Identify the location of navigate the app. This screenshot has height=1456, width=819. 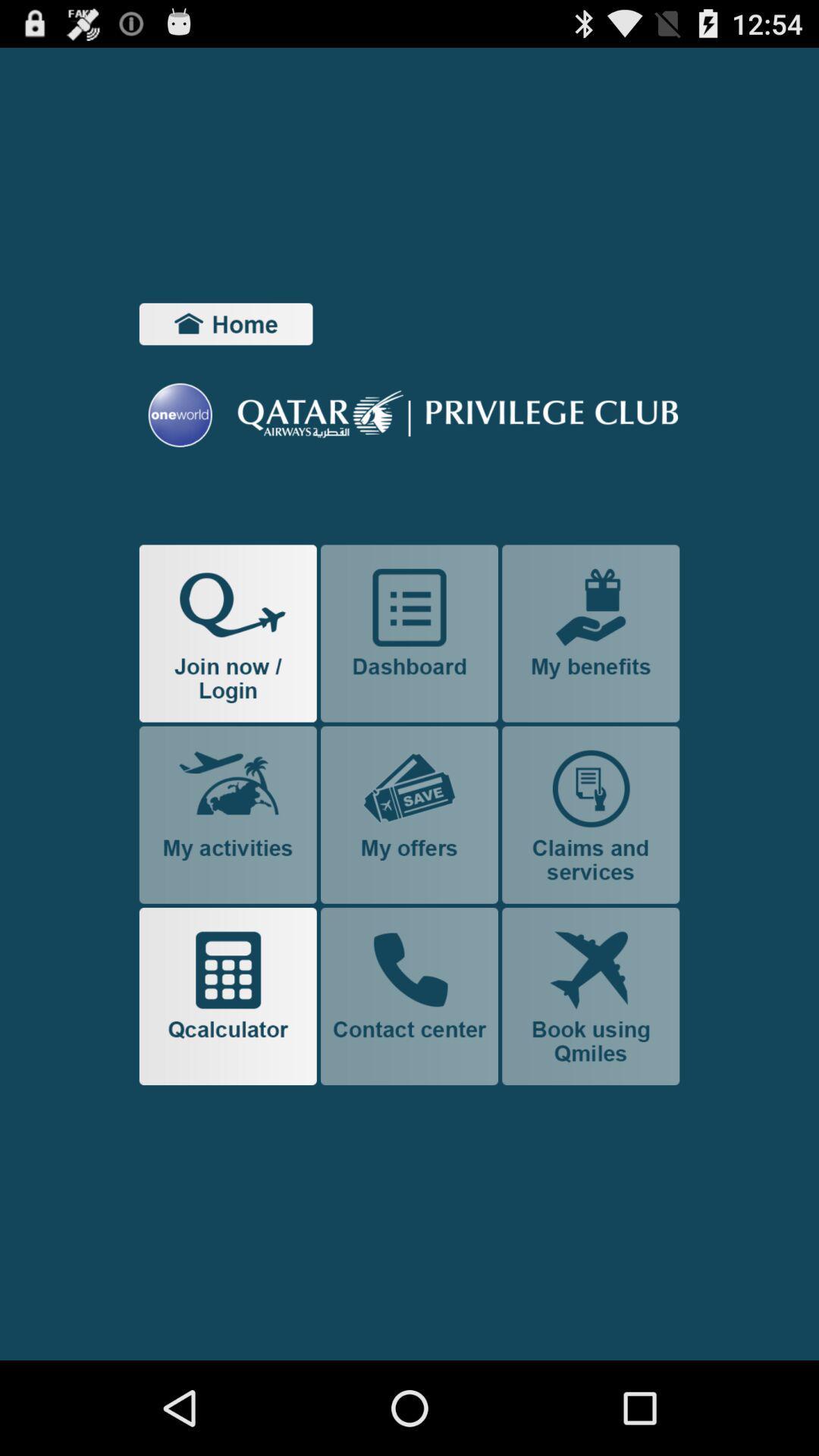
(590, 633).